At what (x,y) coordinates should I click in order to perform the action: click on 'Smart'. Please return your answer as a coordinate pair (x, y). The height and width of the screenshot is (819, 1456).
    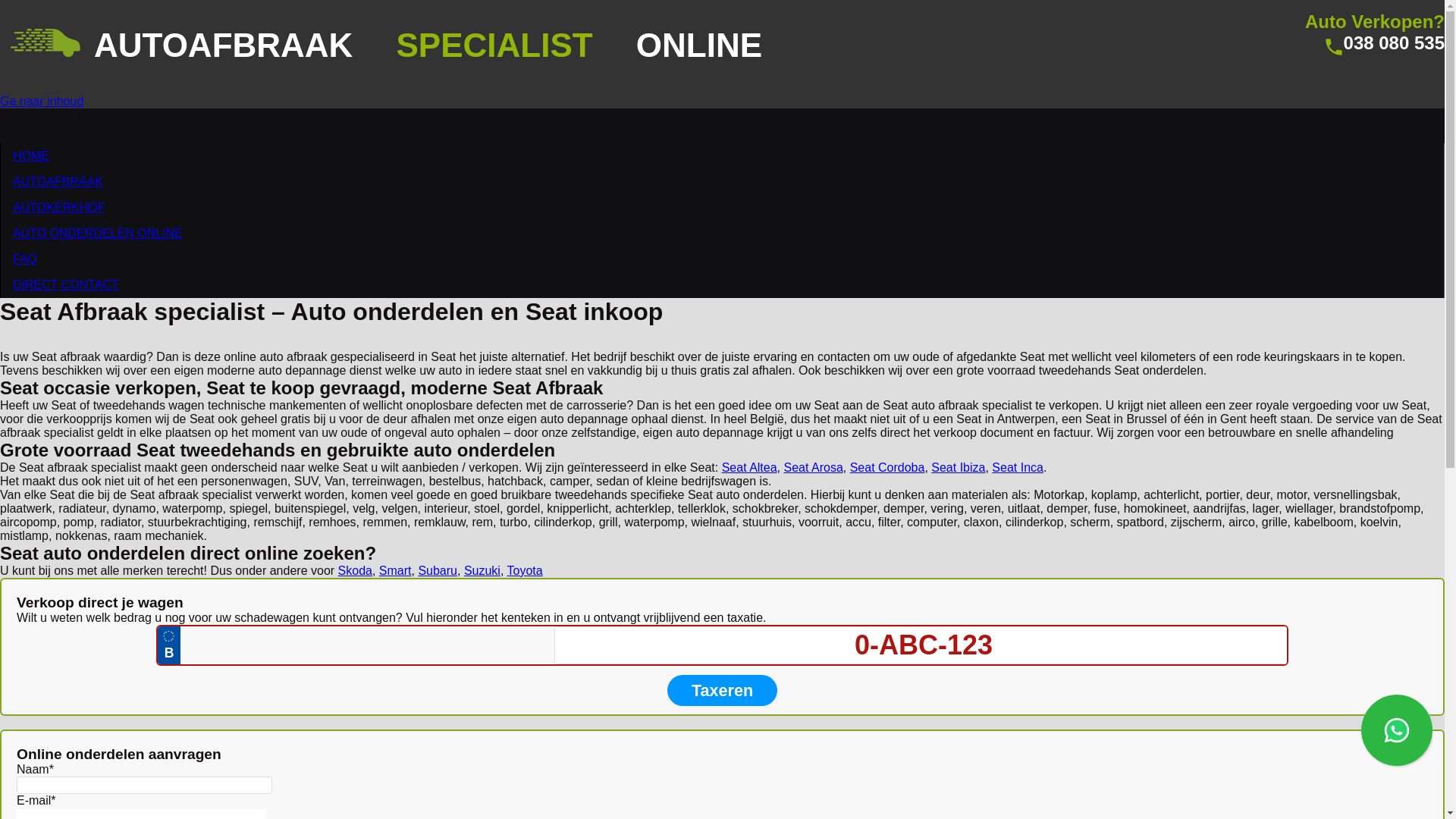
    Looking at the image, I should click on (395, 570).